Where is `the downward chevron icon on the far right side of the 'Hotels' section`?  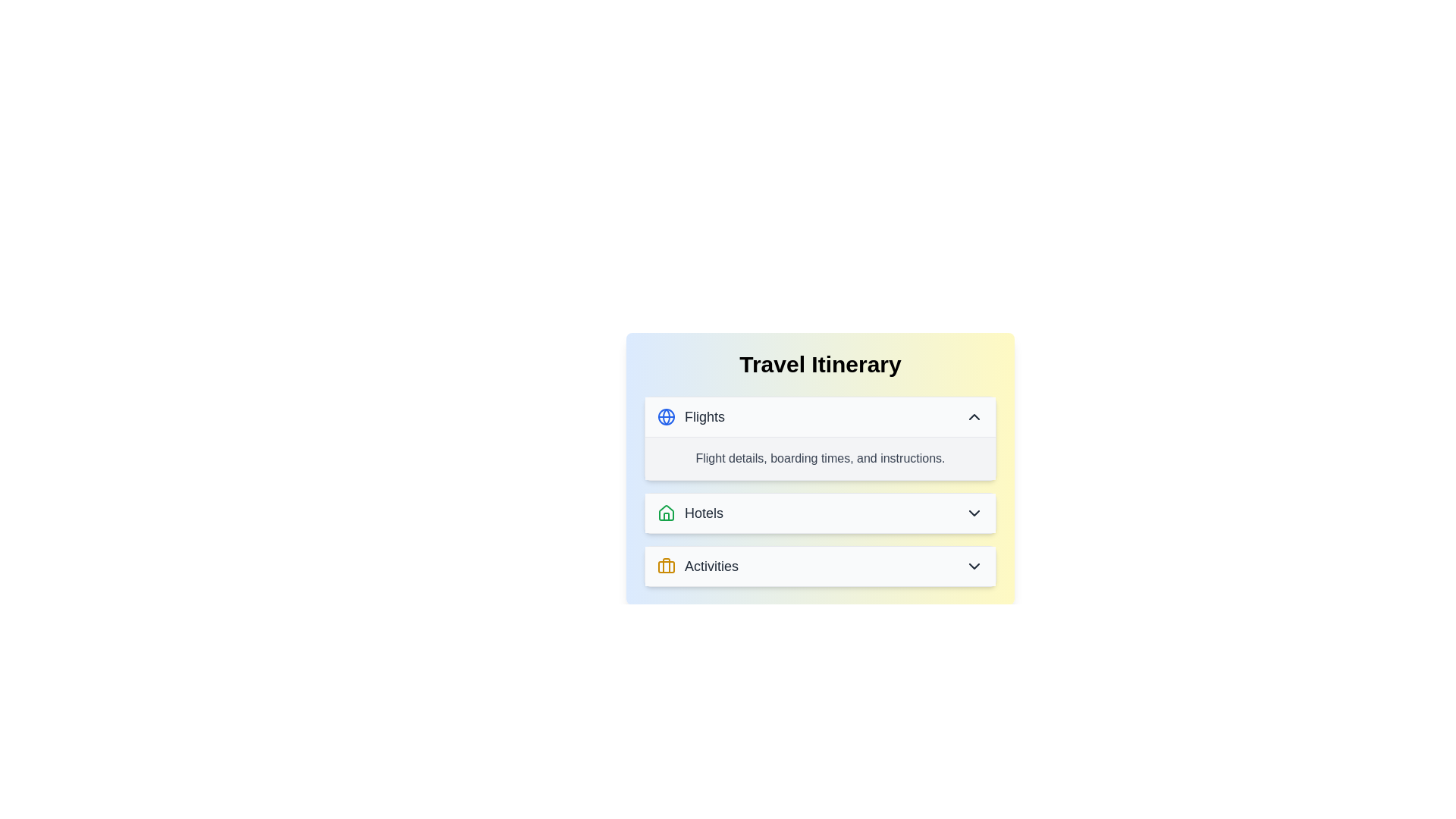 the downward chevron icon on the far right side of the 'Hotels' section is located at coordinates (974, 513).